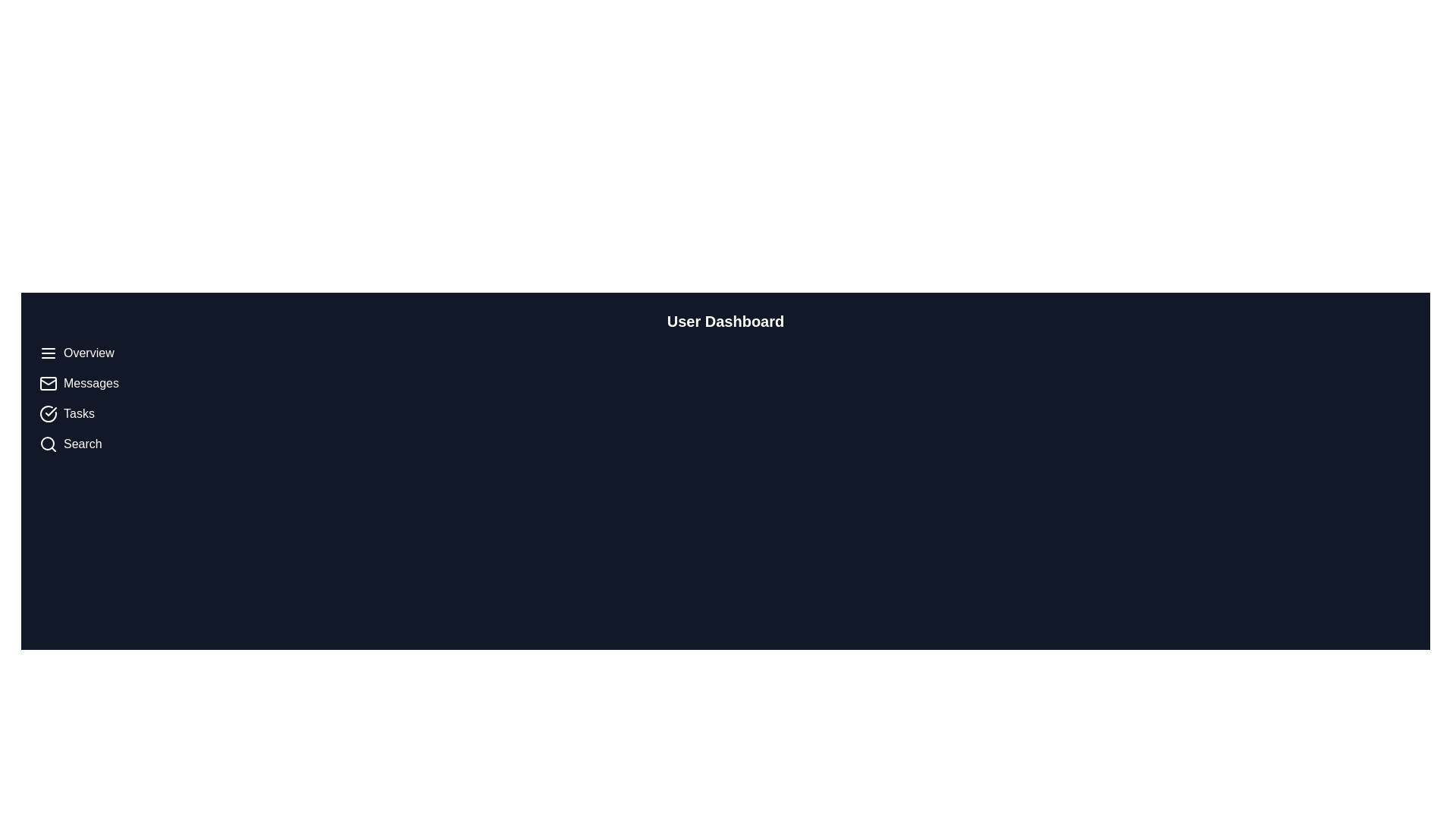  I want to click on the first icon representing the 'Messages' function located on the left navigation panel, positioned below the 'Overview' entry and above the 'Tasks' entry, so click(48, 382).